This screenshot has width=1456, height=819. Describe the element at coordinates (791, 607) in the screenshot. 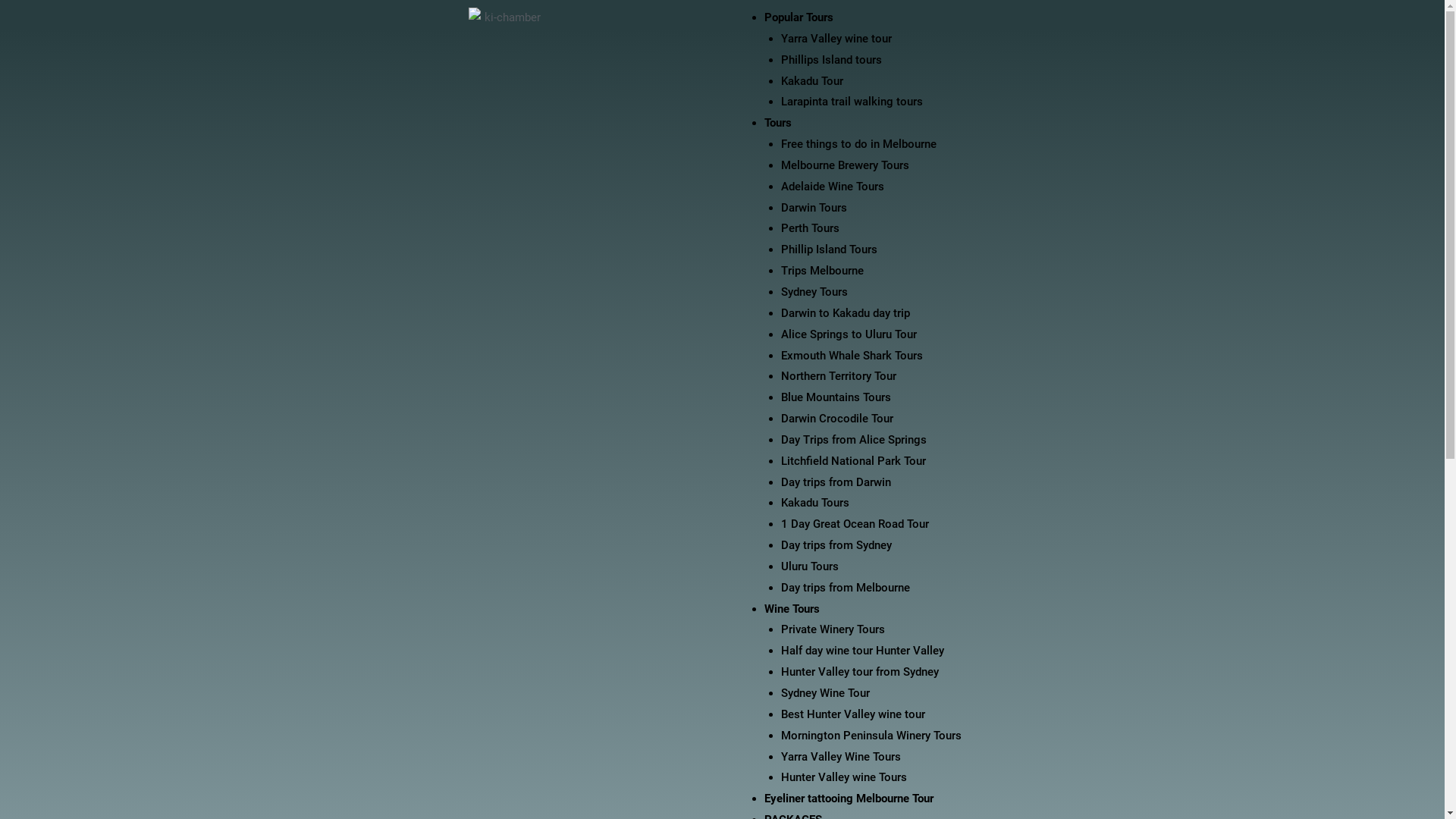

I see `'Wine Tours'` at that location.